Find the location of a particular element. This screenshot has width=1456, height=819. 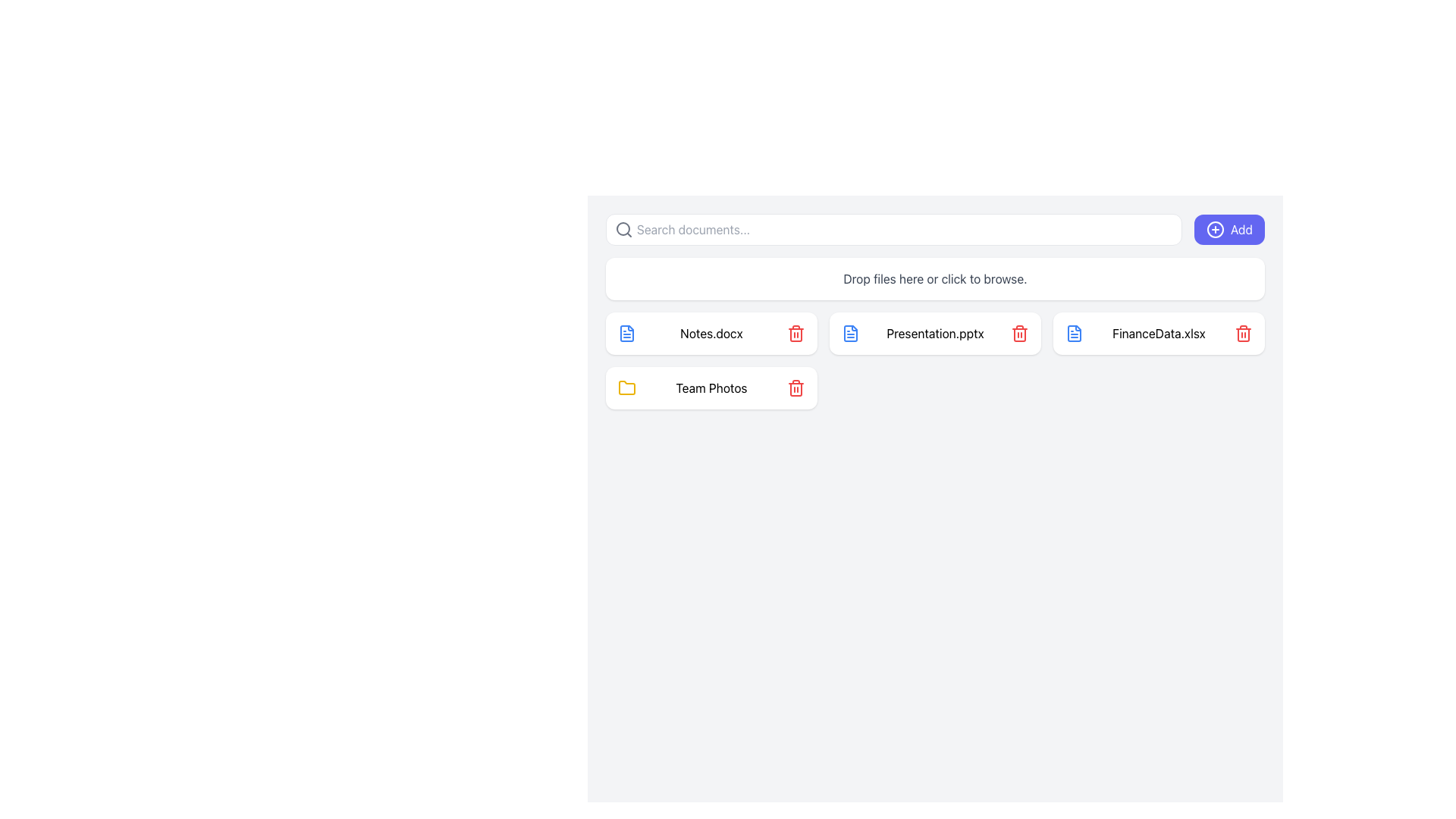

the yellow folder icon on the 'Team Photos' card located in the lower-left section of the file grid is located at coordinates (711, 388).